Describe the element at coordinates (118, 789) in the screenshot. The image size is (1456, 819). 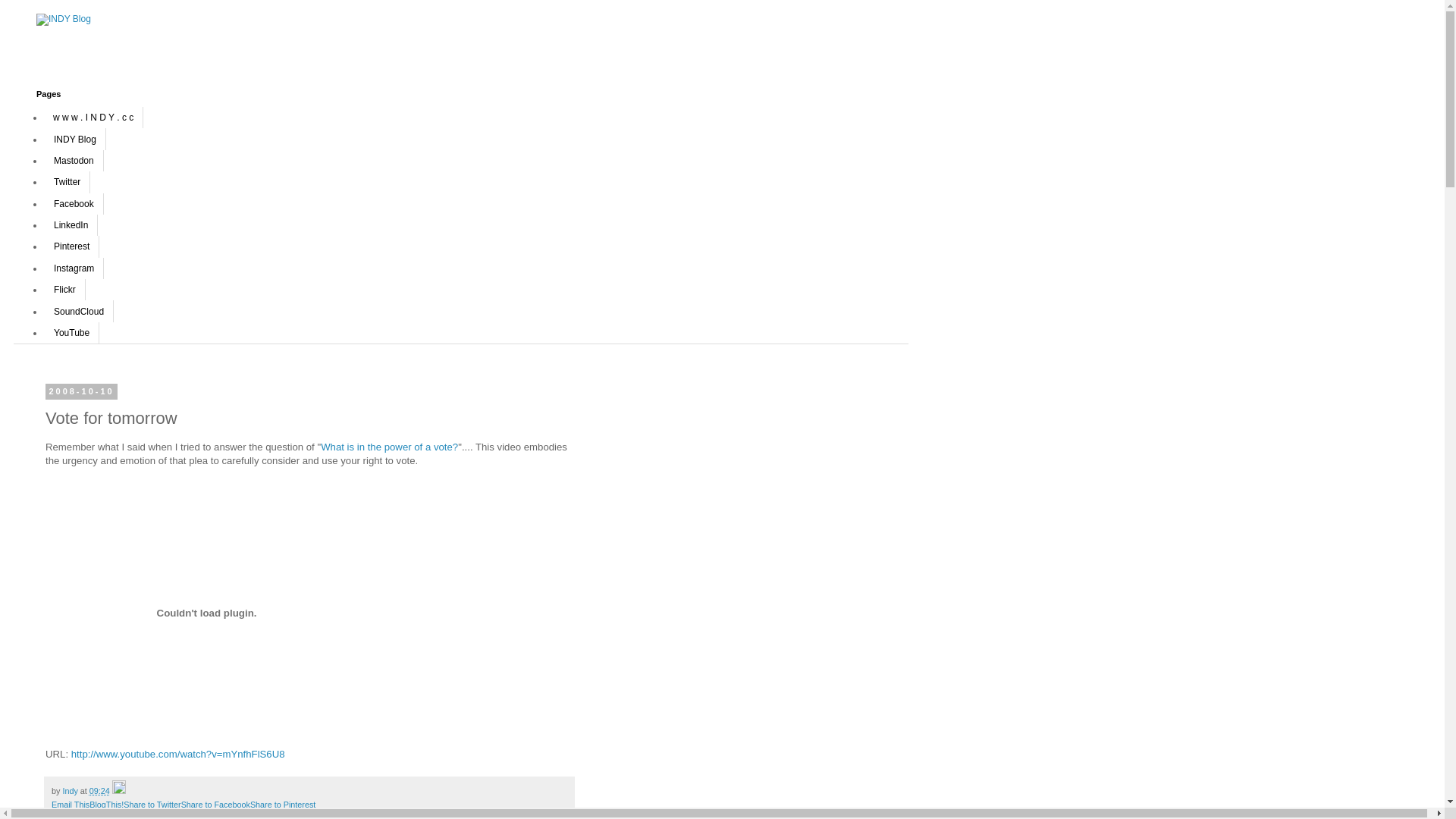
I see `'Edit Post'` at that location.